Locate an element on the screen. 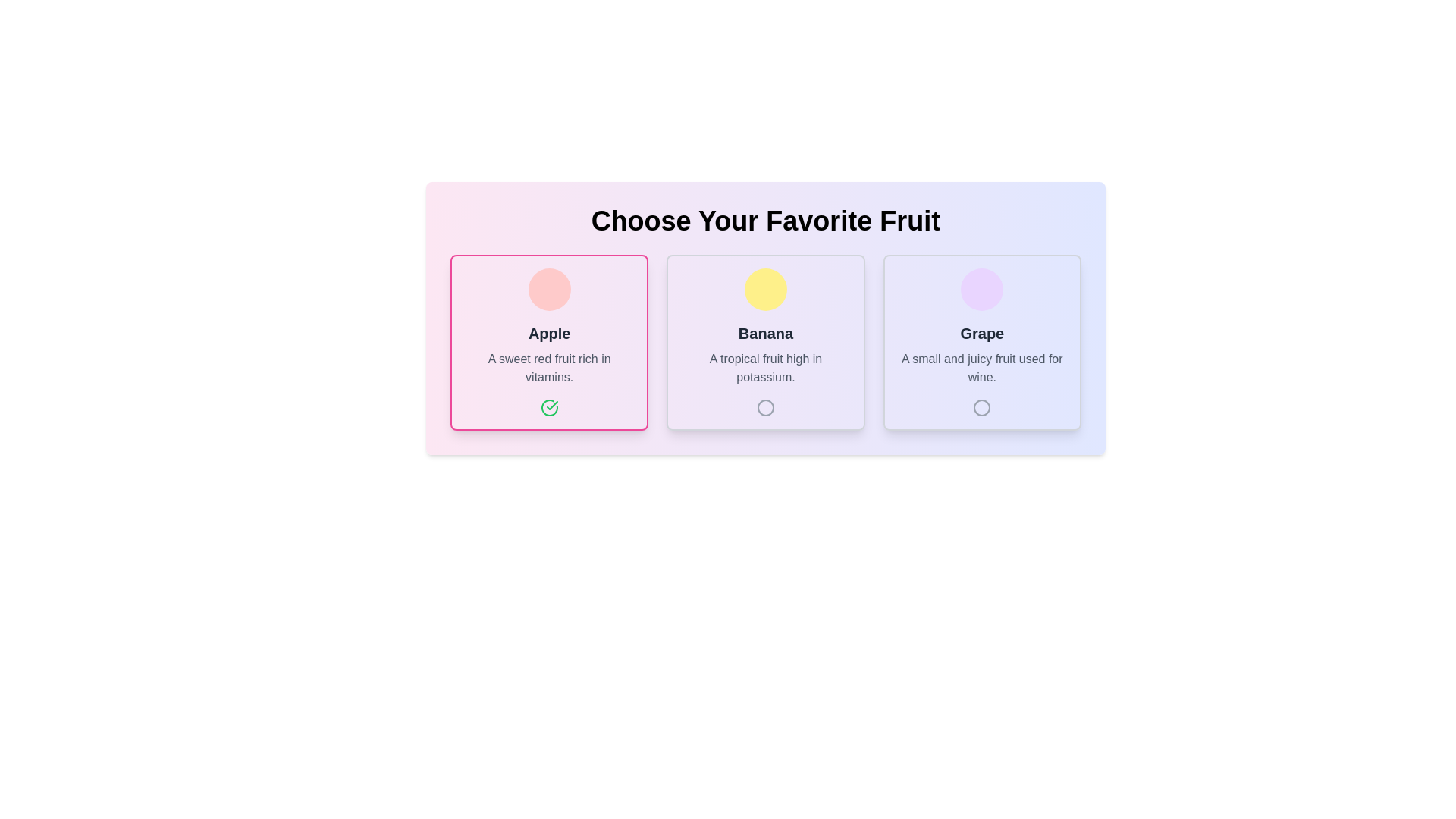 This screenshot has width=1456, height=819. the validation icon located at the bottom-center of the 'Apple' card, which indicates a successful selection of the card's content is located at coordinates (548, 406).